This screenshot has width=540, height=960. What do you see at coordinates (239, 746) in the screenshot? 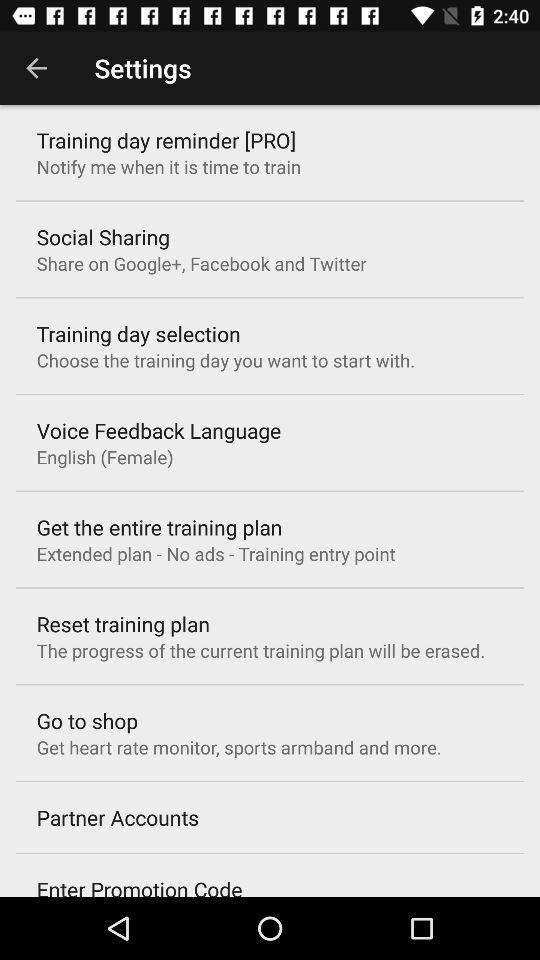
I see `get heart rate item` at bounding box center [239, 746].